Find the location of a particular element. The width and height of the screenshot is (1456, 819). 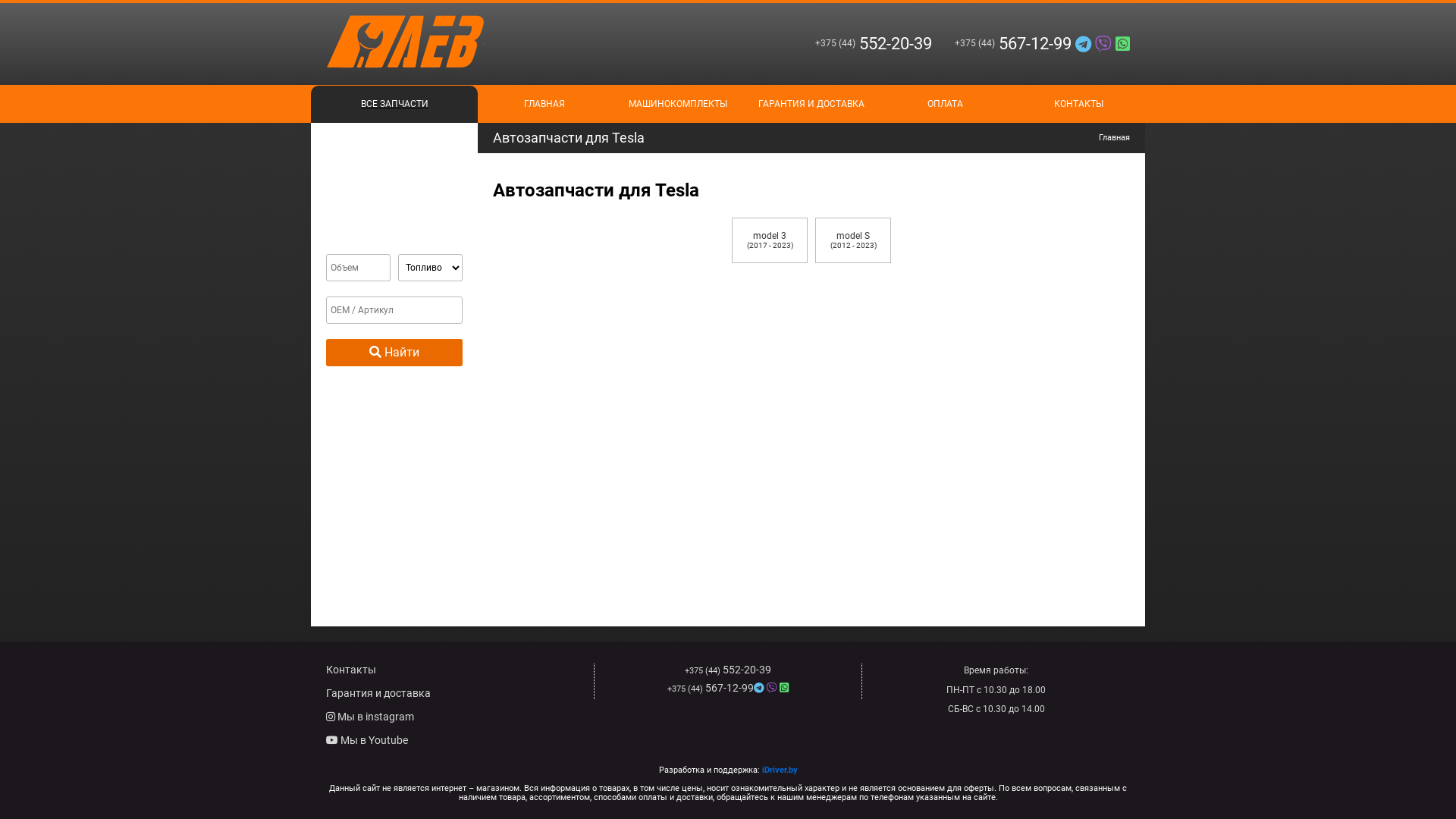

'model 3 is located at coordinates (769, 239).